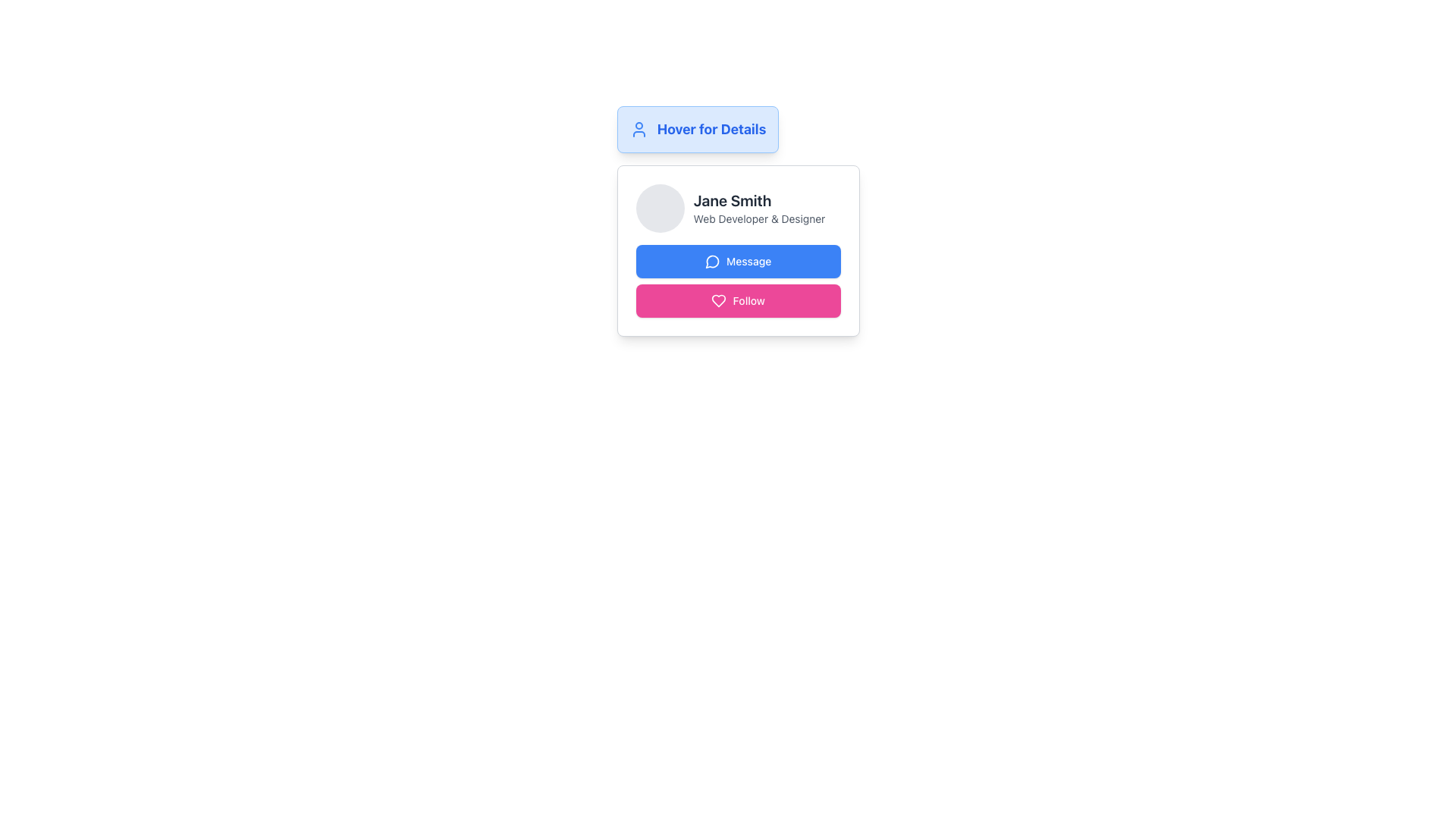 This screenshot has height=819, width=1456. I want to click on the pink heart-shaped icon, so click(718, 301).